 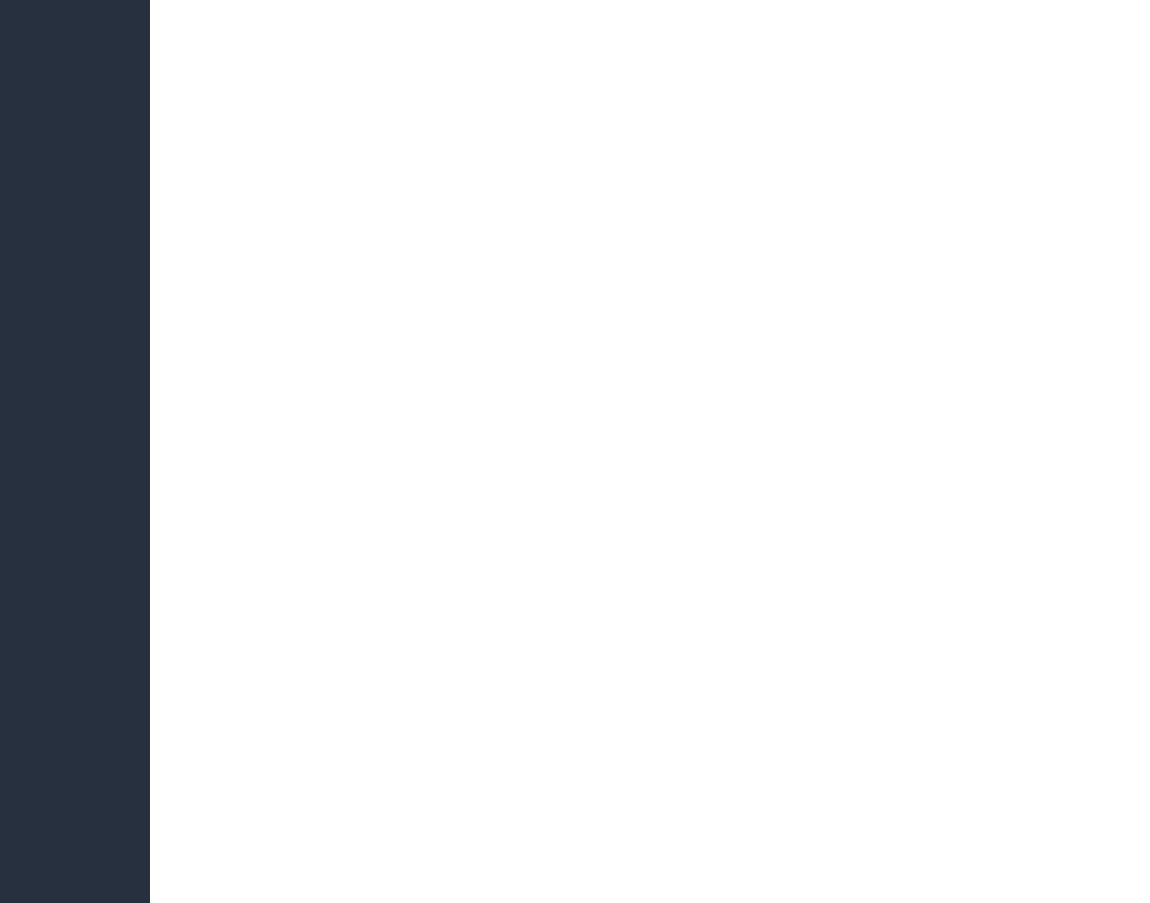 What do you see at coordinates (944, 420) in the screenshot?
I see `'Georgia Ministry of Foreign Affairs'` at bounding box center [944, 420].